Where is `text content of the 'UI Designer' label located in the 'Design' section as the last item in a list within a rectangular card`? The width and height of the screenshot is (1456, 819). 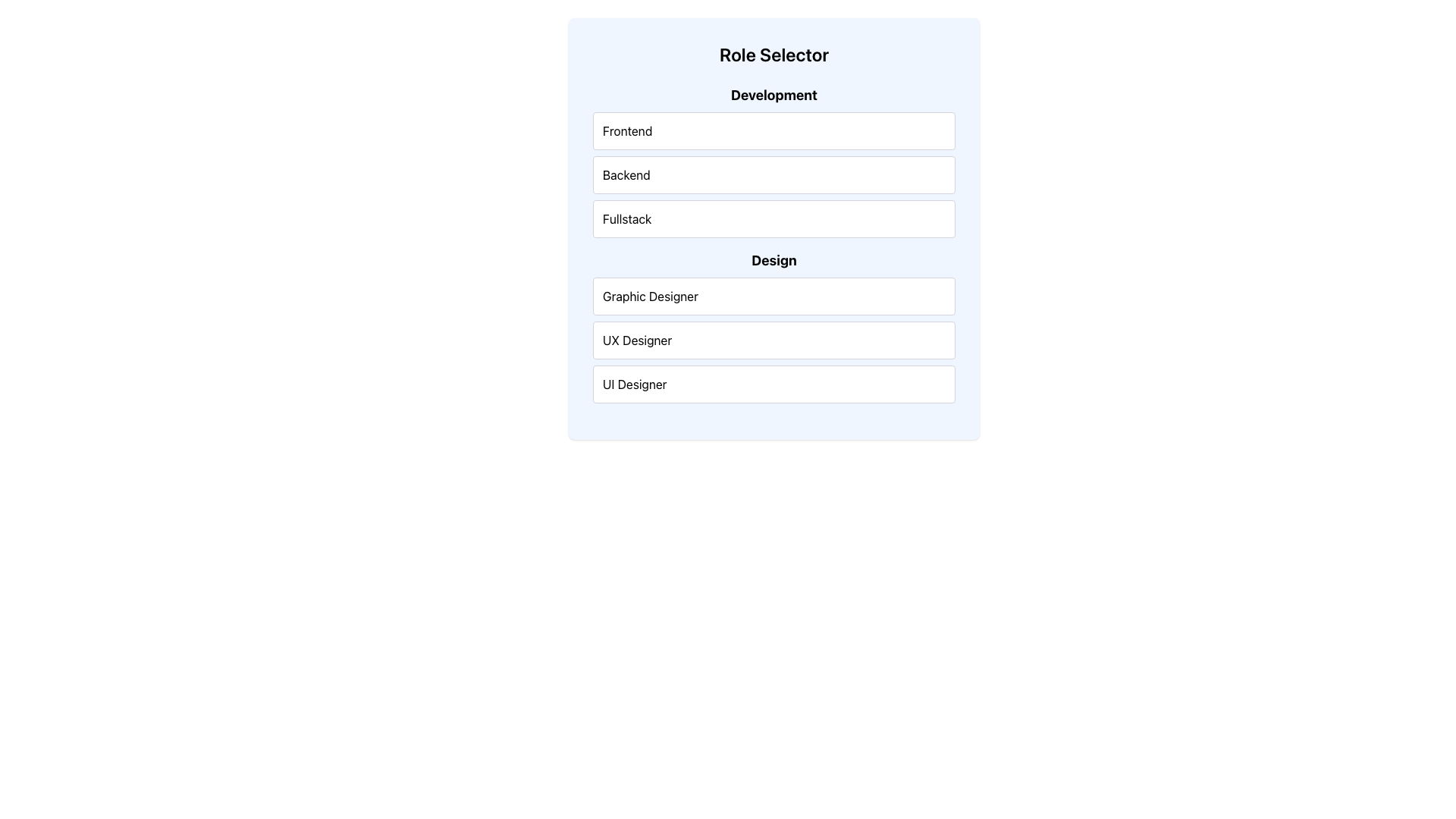 text content of the 'UI Designer' label located in the 'Design' section as the last item in a list within a rectangular card is located at coordinates (635, 383).